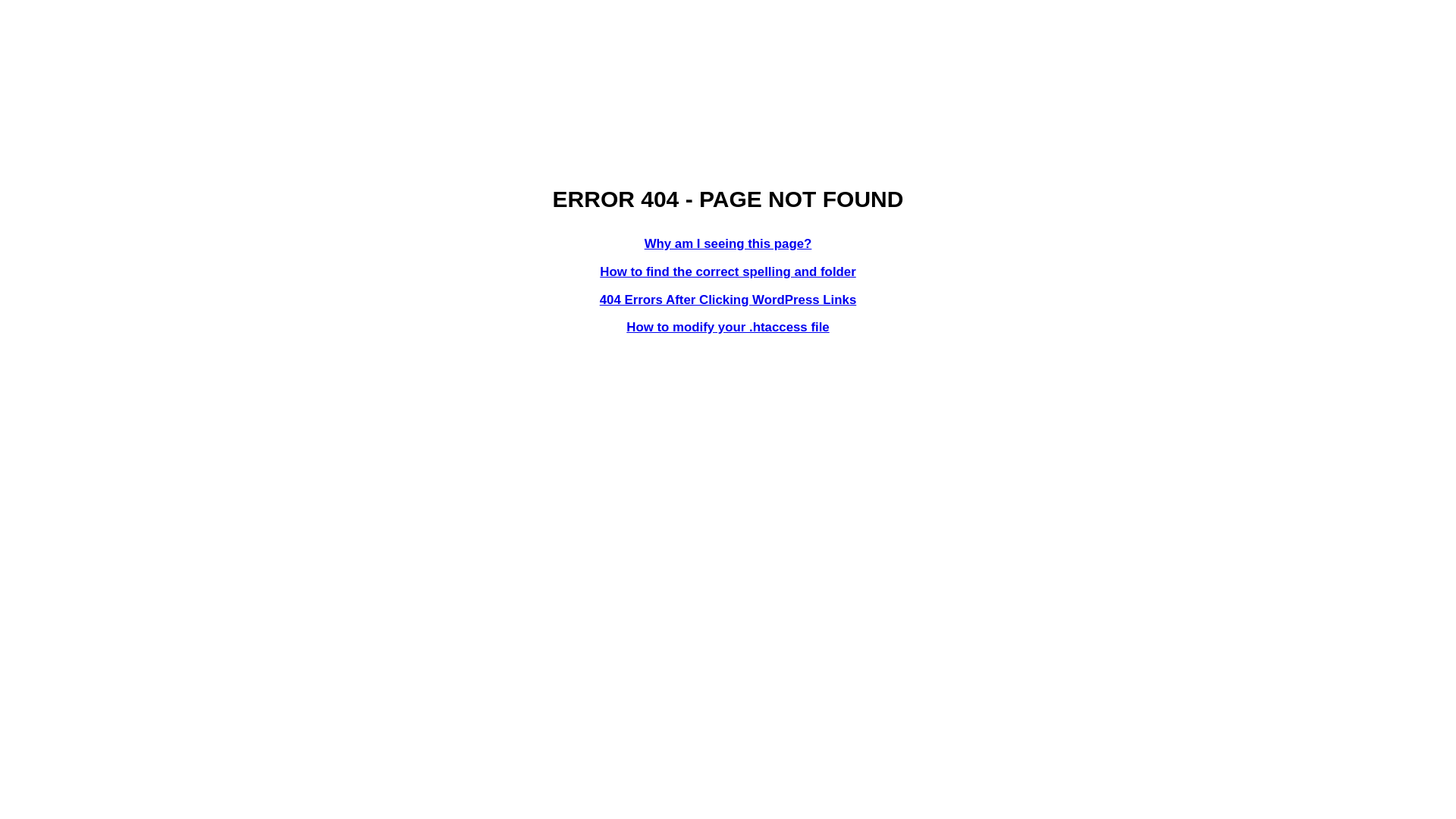 The width and height of the screenshot is (1456, 819). Describe the element at coordinates (728, 300) in the screenshot. I see `'404 Errors After Clicking WordPress Links'` at that location.